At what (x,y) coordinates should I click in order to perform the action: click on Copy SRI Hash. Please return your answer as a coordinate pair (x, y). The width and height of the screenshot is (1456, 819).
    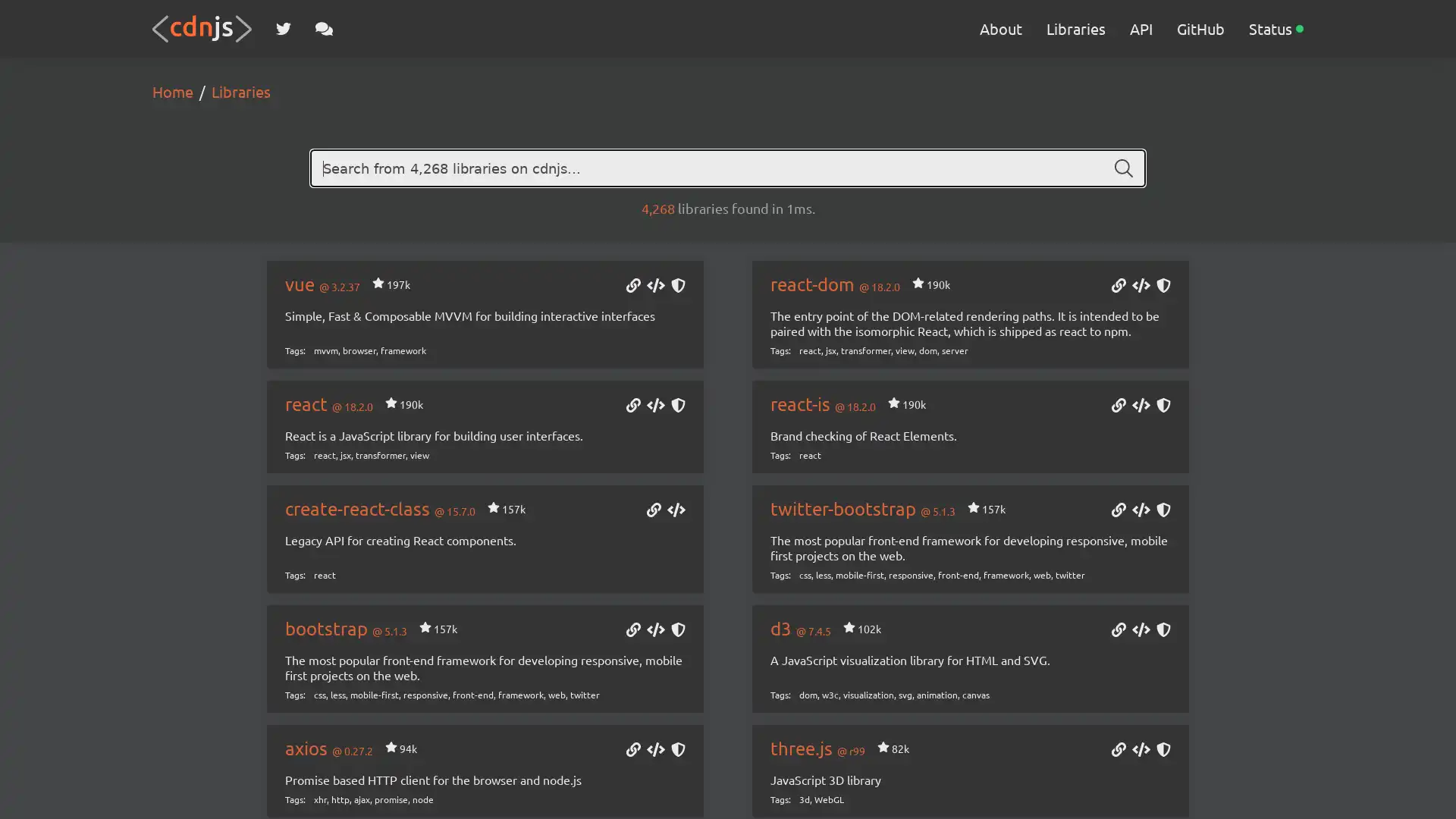
    Looking at the image, I should click on (676, 406).